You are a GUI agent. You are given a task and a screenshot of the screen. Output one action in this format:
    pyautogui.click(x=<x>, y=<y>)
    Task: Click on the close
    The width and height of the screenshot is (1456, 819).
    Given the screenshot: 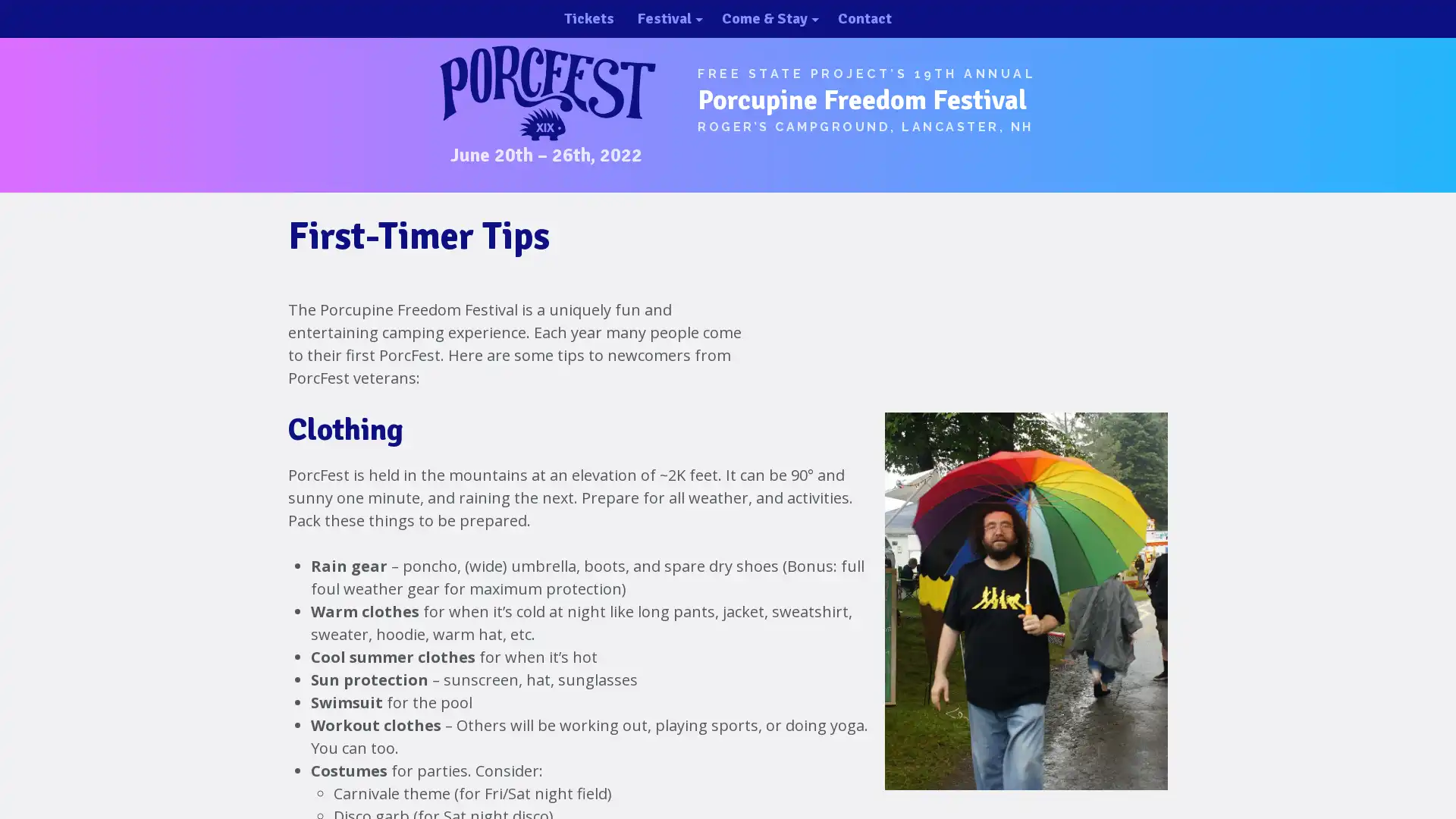 What is the action you would take?
    pyautogui.click(x=1407, y=61)
    